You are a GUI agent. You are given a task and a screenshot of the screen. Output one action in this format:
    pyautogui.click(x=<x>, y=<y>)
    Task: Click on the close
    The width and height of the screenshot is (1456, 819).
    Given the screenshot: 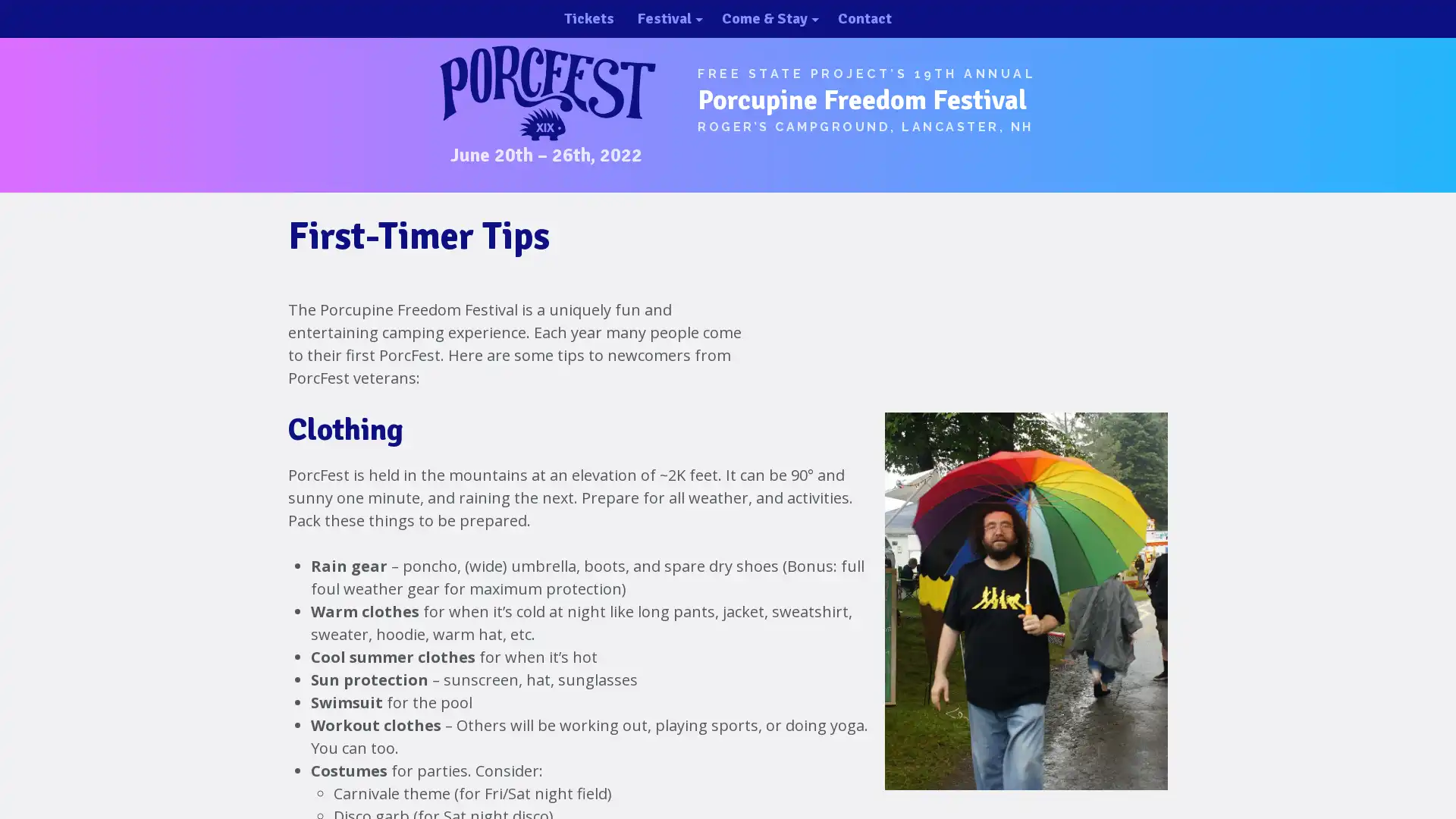 What is the action you would take?
    pyautogui.click(x=1407, y=61)
    